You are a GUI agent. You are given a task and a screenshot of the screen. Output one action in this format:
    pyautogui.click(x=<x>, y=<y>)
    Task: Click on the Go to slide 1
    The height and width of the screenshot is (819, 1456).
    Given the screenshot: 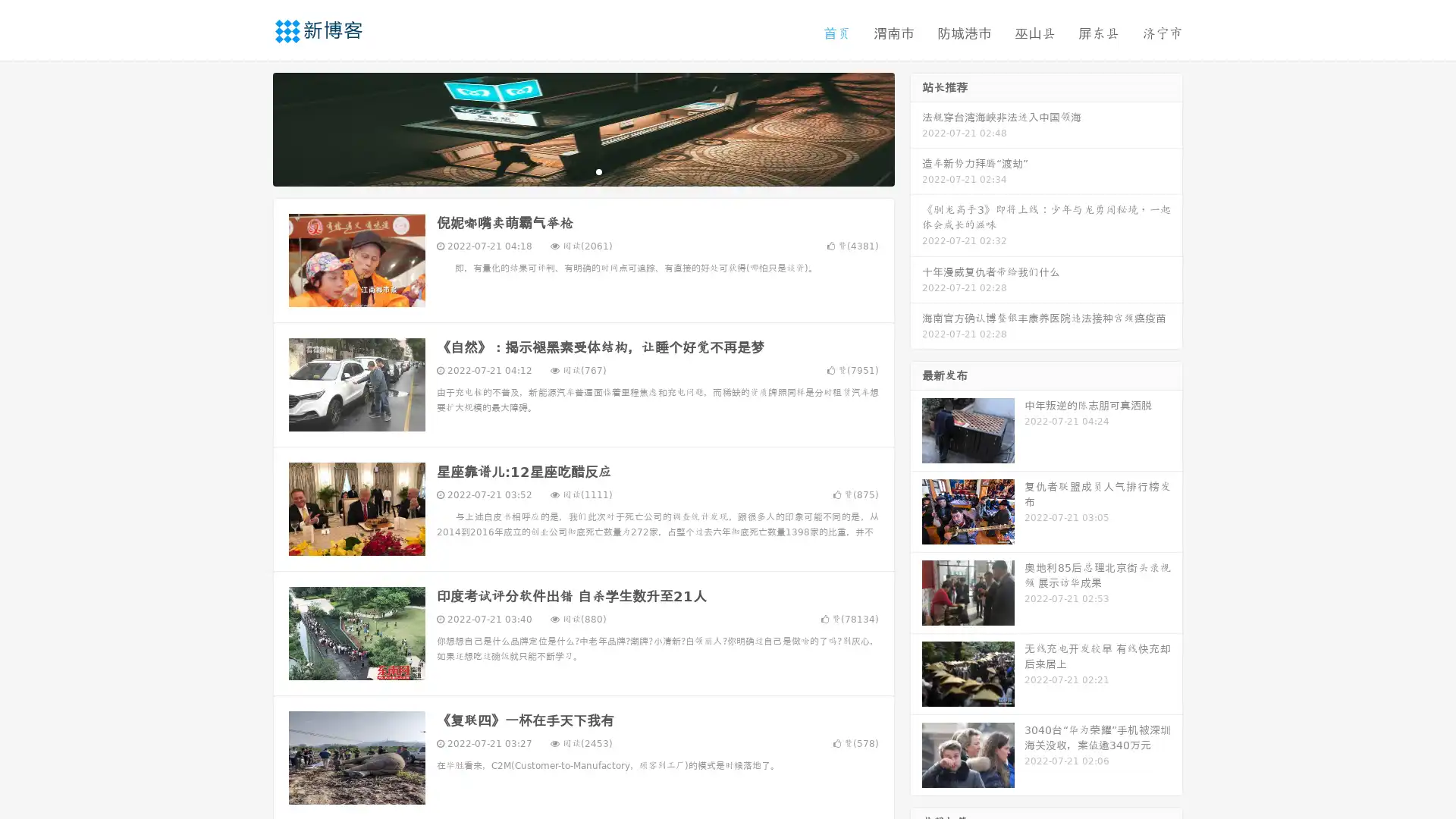 What is the action you would take?
    pyautogui.click(x=567, y=171)
    